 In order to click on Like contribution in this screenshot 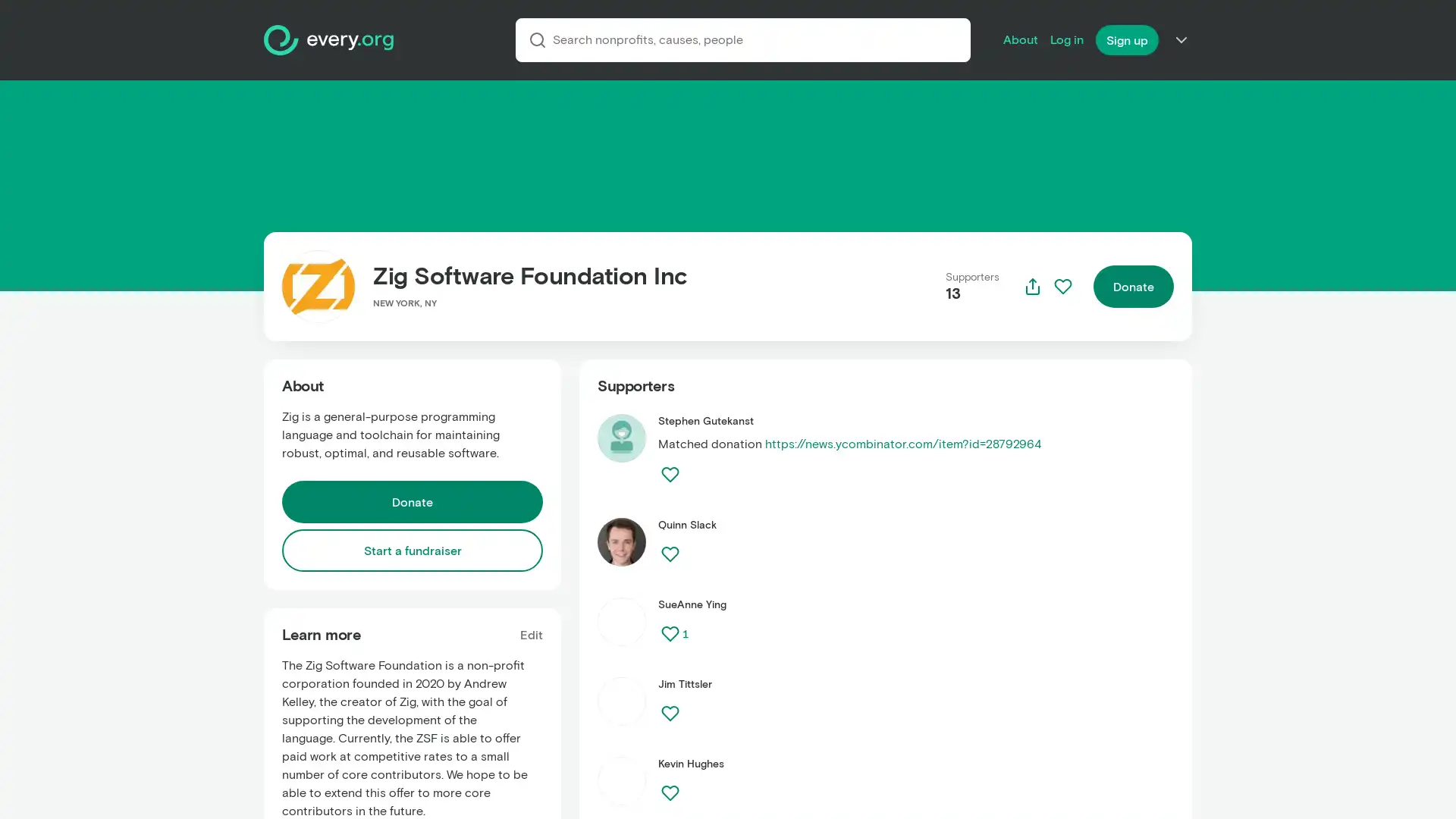, I will do `click(669, 714)`.